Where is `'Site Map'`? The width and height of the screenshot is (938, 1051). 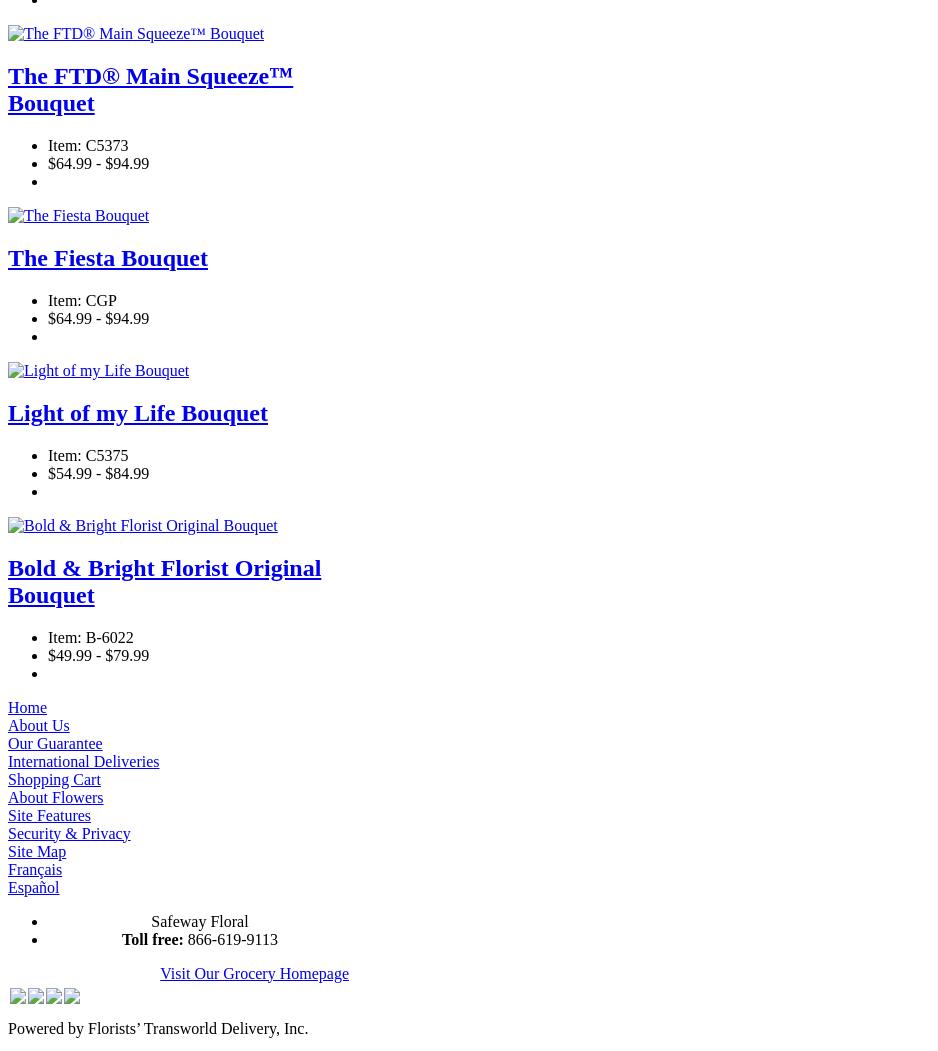 'Site Map' is located at coordinates (7, 849).